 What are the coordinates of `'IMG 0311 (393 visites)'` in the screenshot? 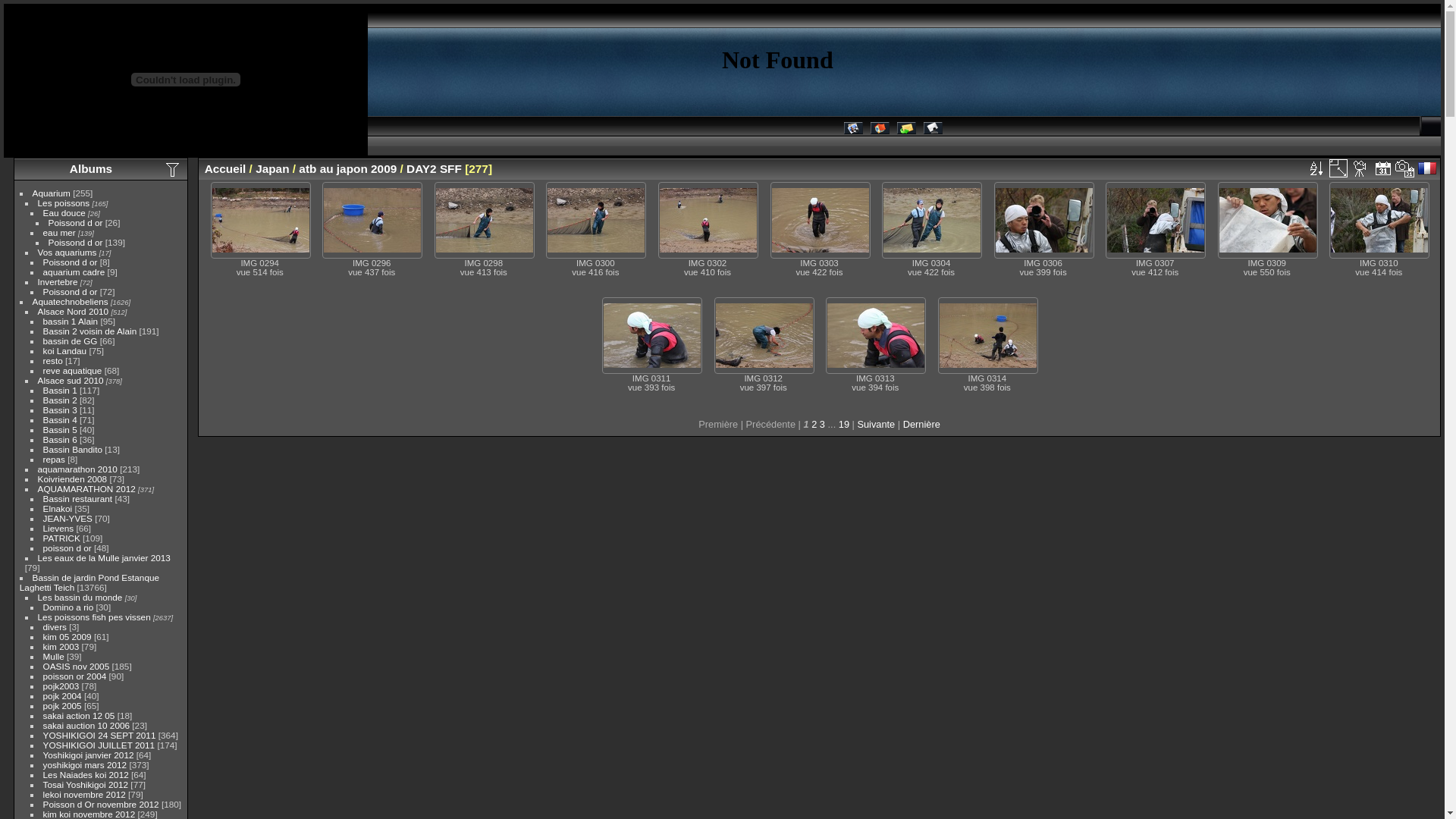 It's located at (651, 334).